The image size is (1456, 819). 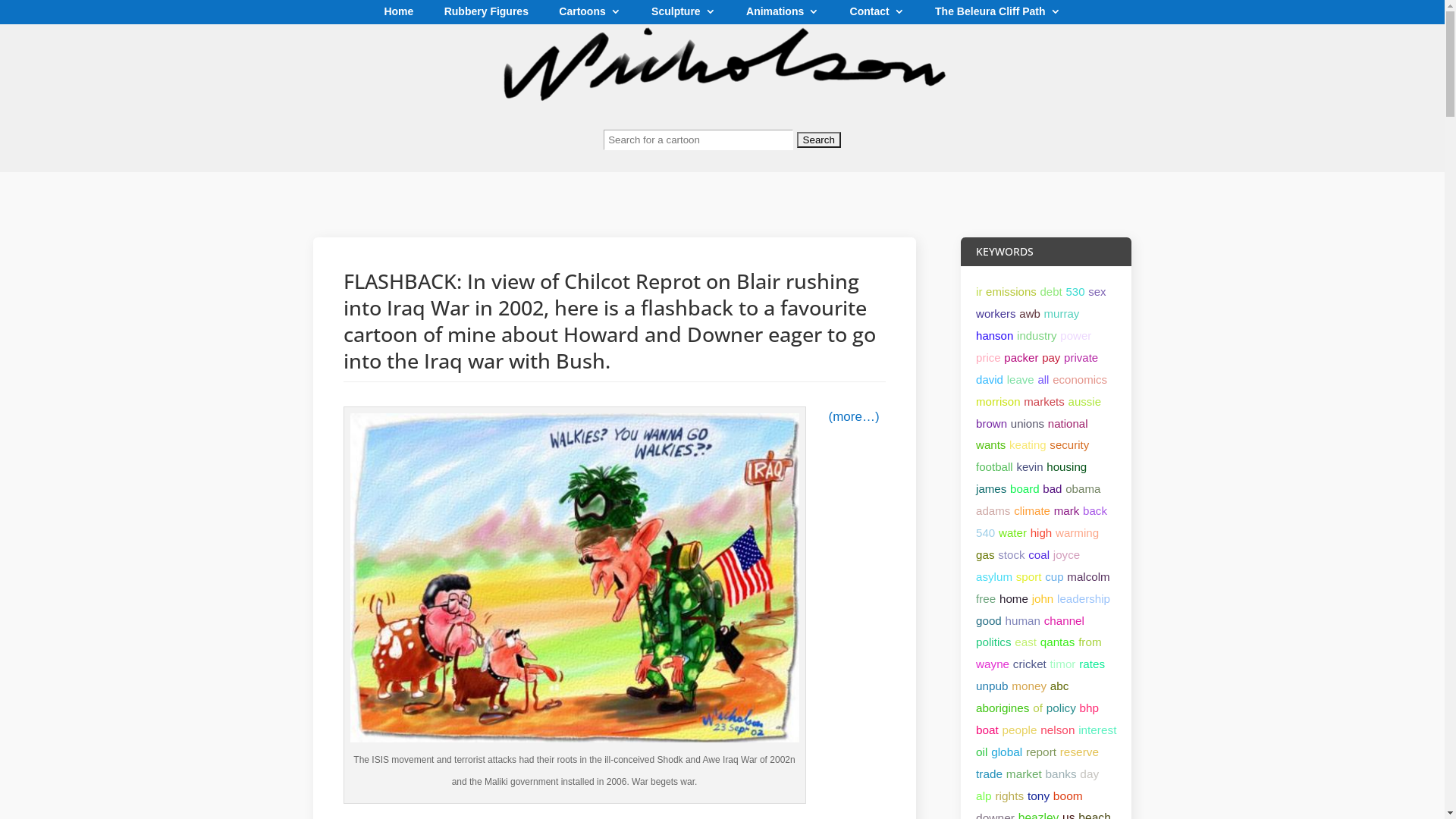 What do you see at coordinates (934, 15) in the screenshot?
I see `'The Beleura Cliff Path'` at bounding box center [934, 15].